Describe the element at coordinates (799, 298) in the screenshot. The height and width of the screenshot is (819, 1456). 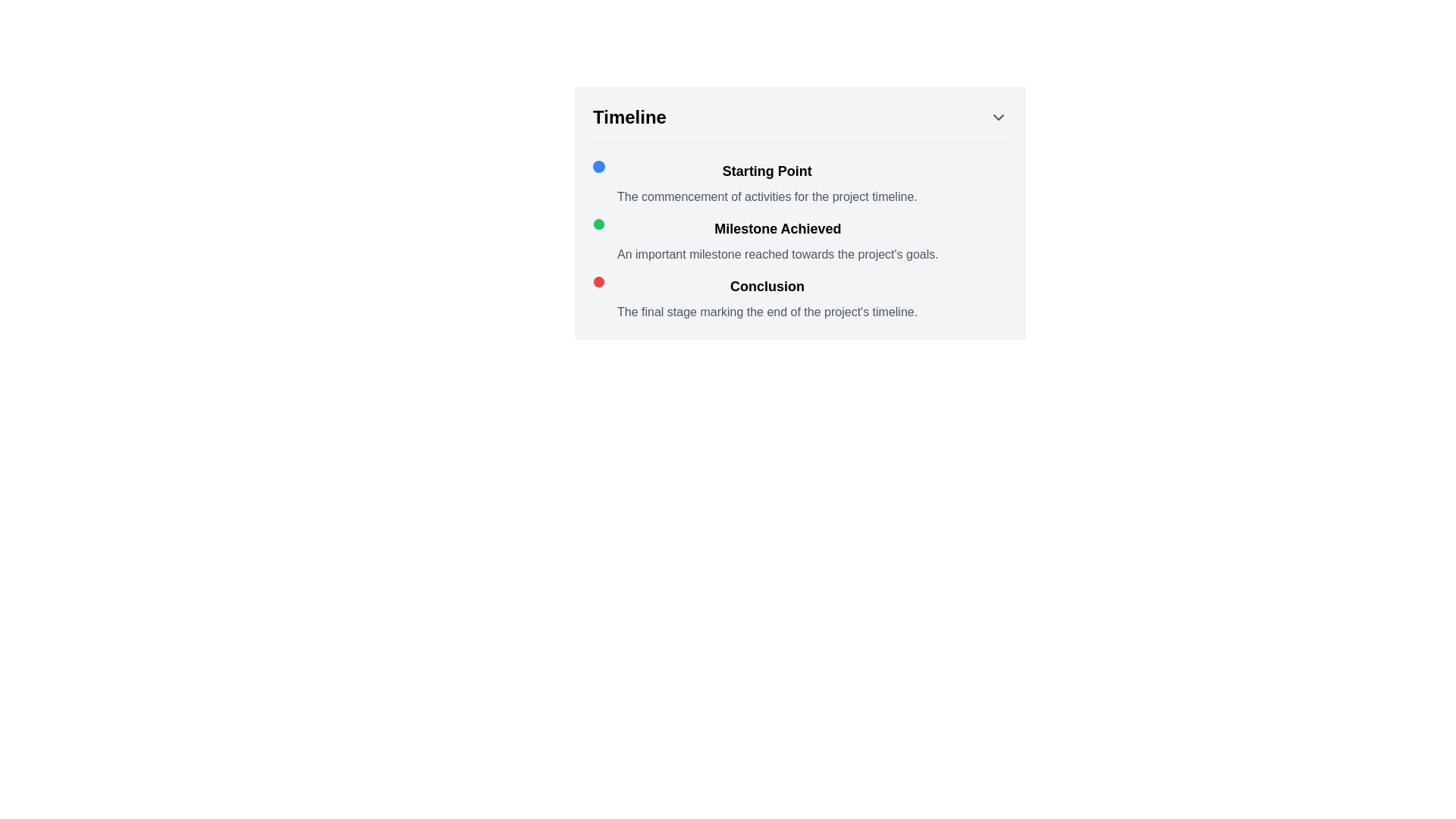
I see `descriptive text in the text block that represents the final stage in the timeline, located beneath the 'Milestone Achieved' entry` at that location.